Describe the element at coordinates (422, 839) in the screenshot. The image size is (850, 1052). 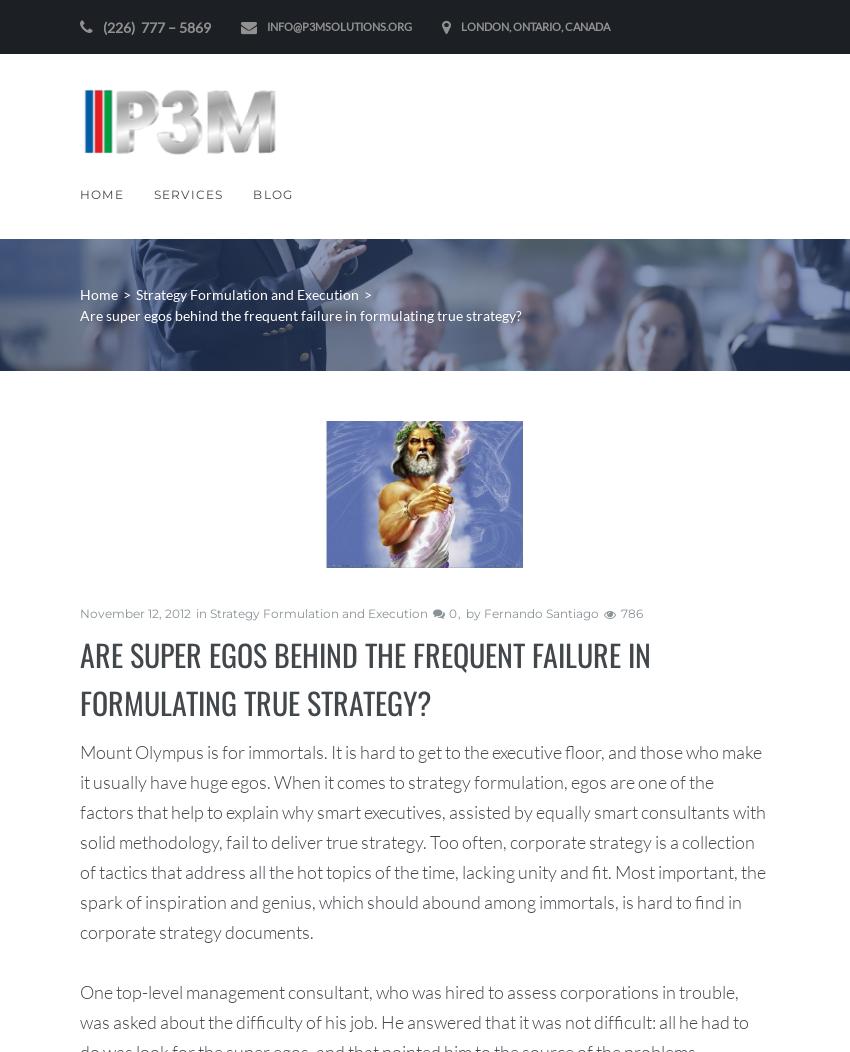
I see `'Mount Olympus is for immortals. It is hard to get to the executive floor, and those who make it usually have huge egos. When it comes to strategy formulation, egos are one of the factors that help to explain why smart executives, assisted by equally smart consultants with solid methodology, fail to deliver true strategy. Too often, corporate strategy is a collection of tactics that address all the hot topics of the time, lacking unity and fit. Most important, the spark of inspiration and genius, which should abound among immortals, is hard to find in corporate strategy documents.'` at that location.